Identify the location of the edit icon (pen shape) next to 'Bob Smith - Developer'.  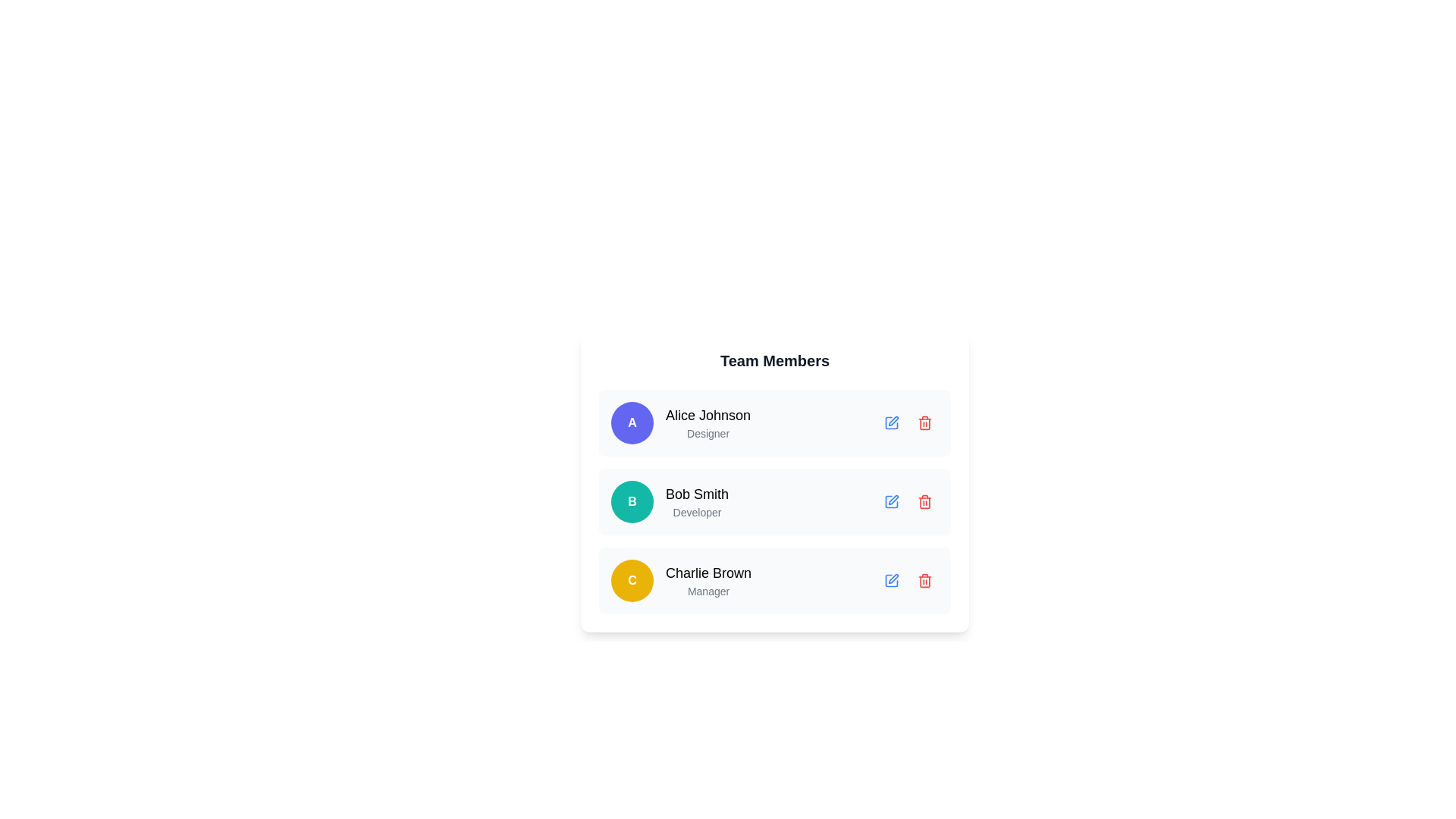
(893, 500).